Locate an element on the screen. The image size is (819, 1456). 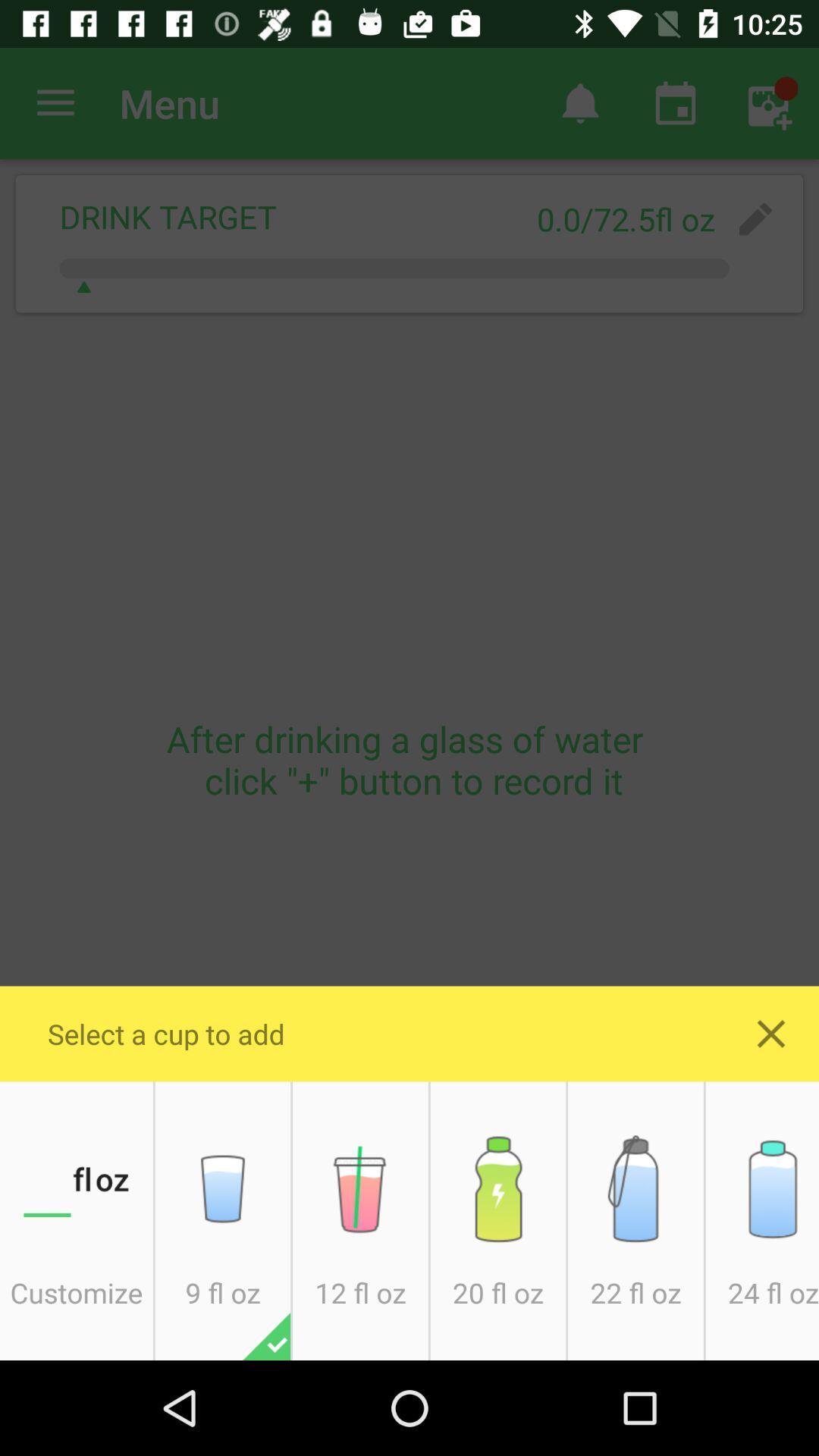
icon next to the select a cup item is located at coordinates (771, 1033).